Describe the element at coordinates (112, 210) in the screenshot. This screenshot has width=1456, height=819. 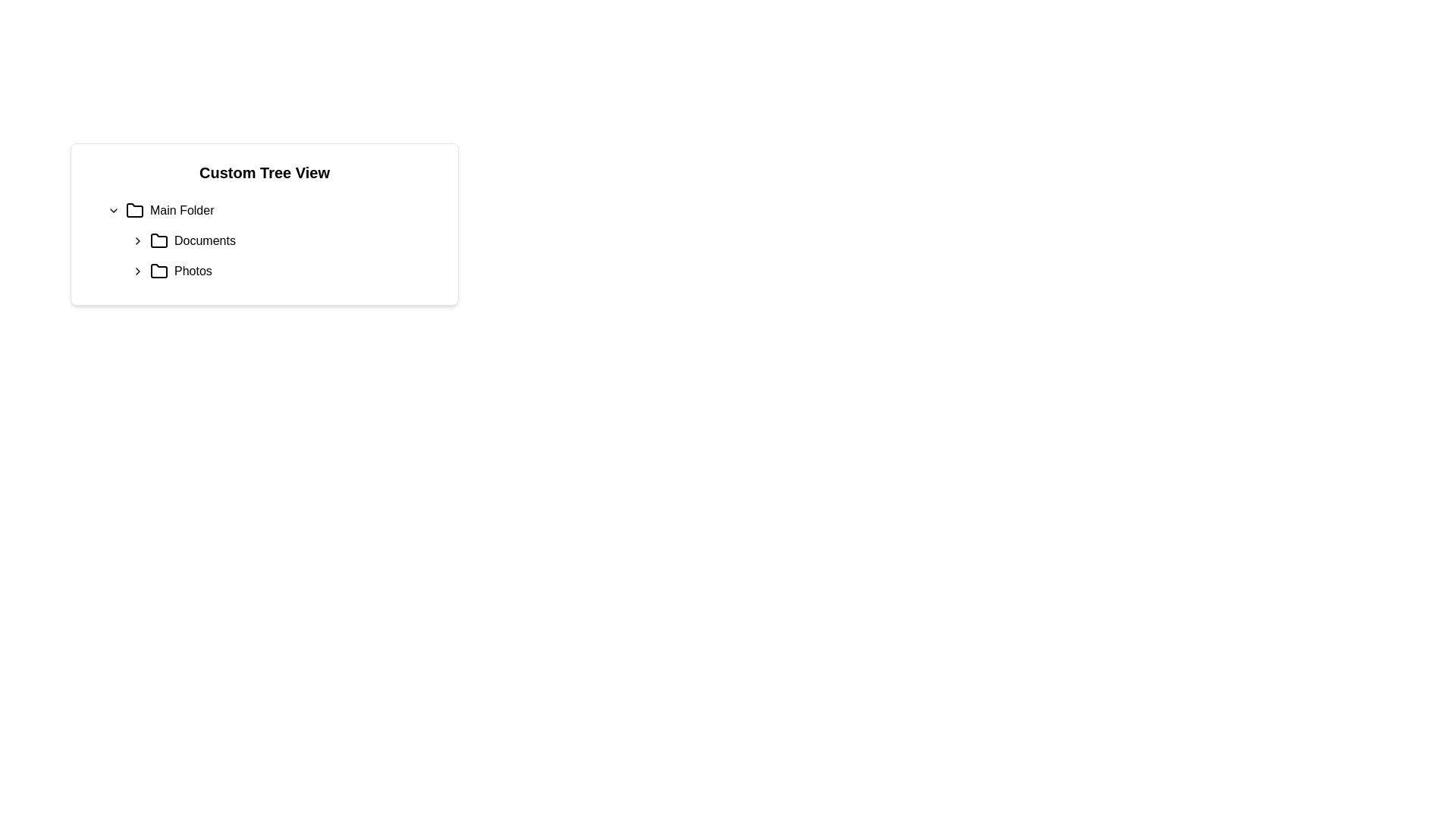
I see `the arrow icon` at that location.